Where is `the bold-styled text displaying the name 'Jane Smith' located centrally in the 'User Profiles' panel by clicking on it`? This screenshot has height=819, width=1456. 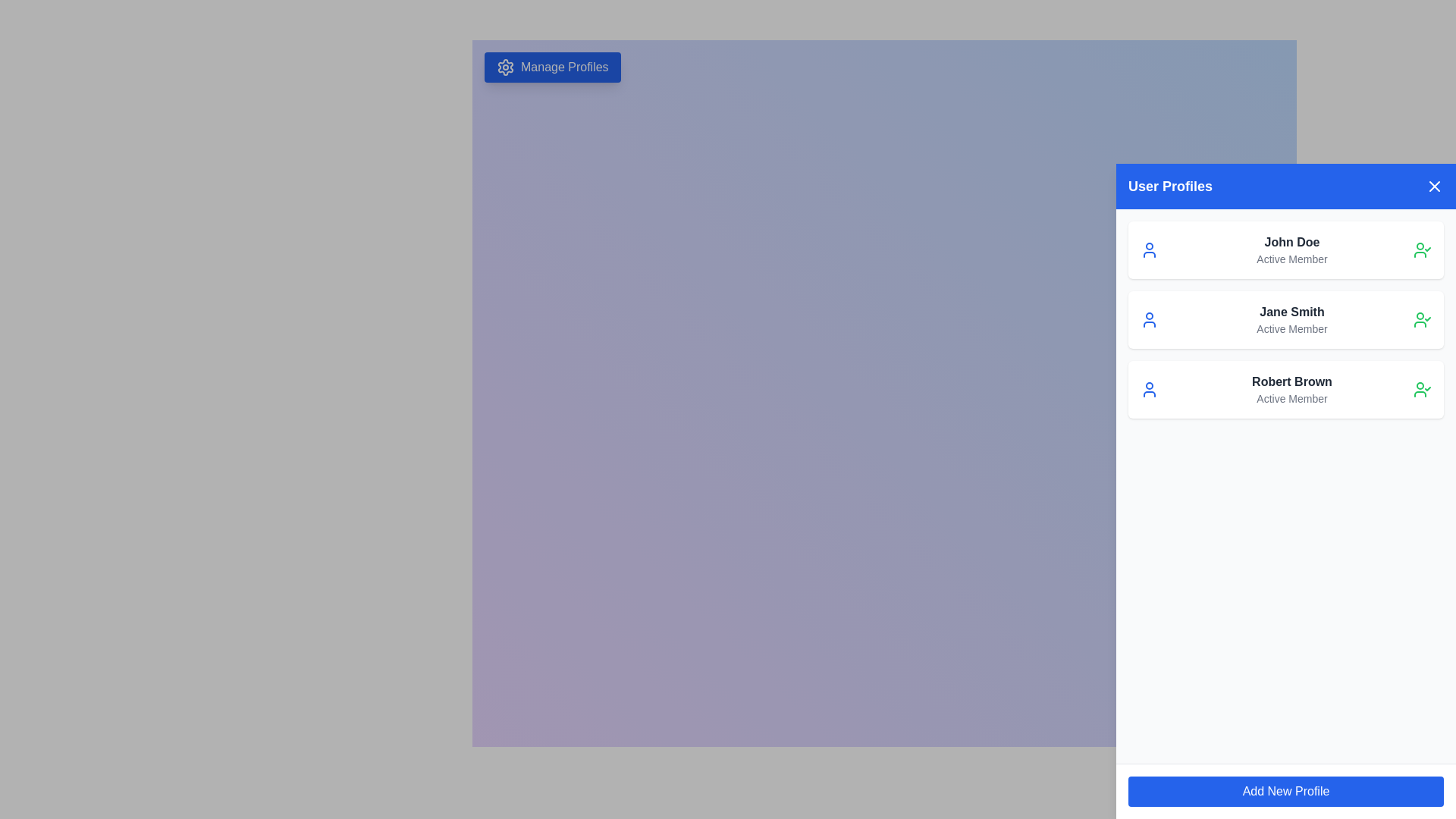 the bold-styled text displaying the name 'Jane Smith' located centrally in the 'User Profiles' panel by clicking on it is located at coordinates (1291, 312).